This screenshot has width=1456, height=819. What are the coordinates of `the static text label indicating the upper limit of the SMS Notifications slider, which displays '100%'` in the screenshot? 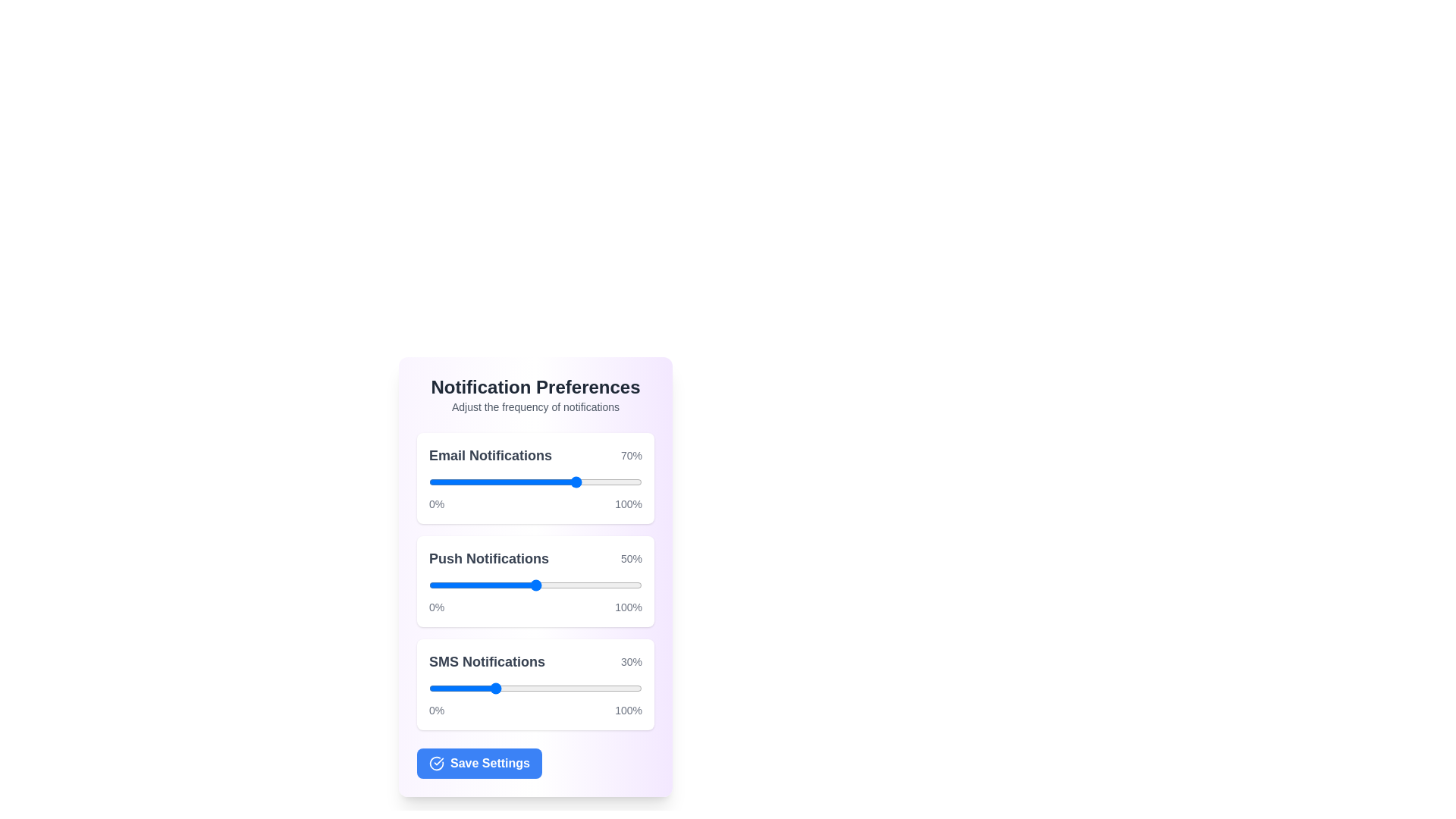 It's located at (629, 711).